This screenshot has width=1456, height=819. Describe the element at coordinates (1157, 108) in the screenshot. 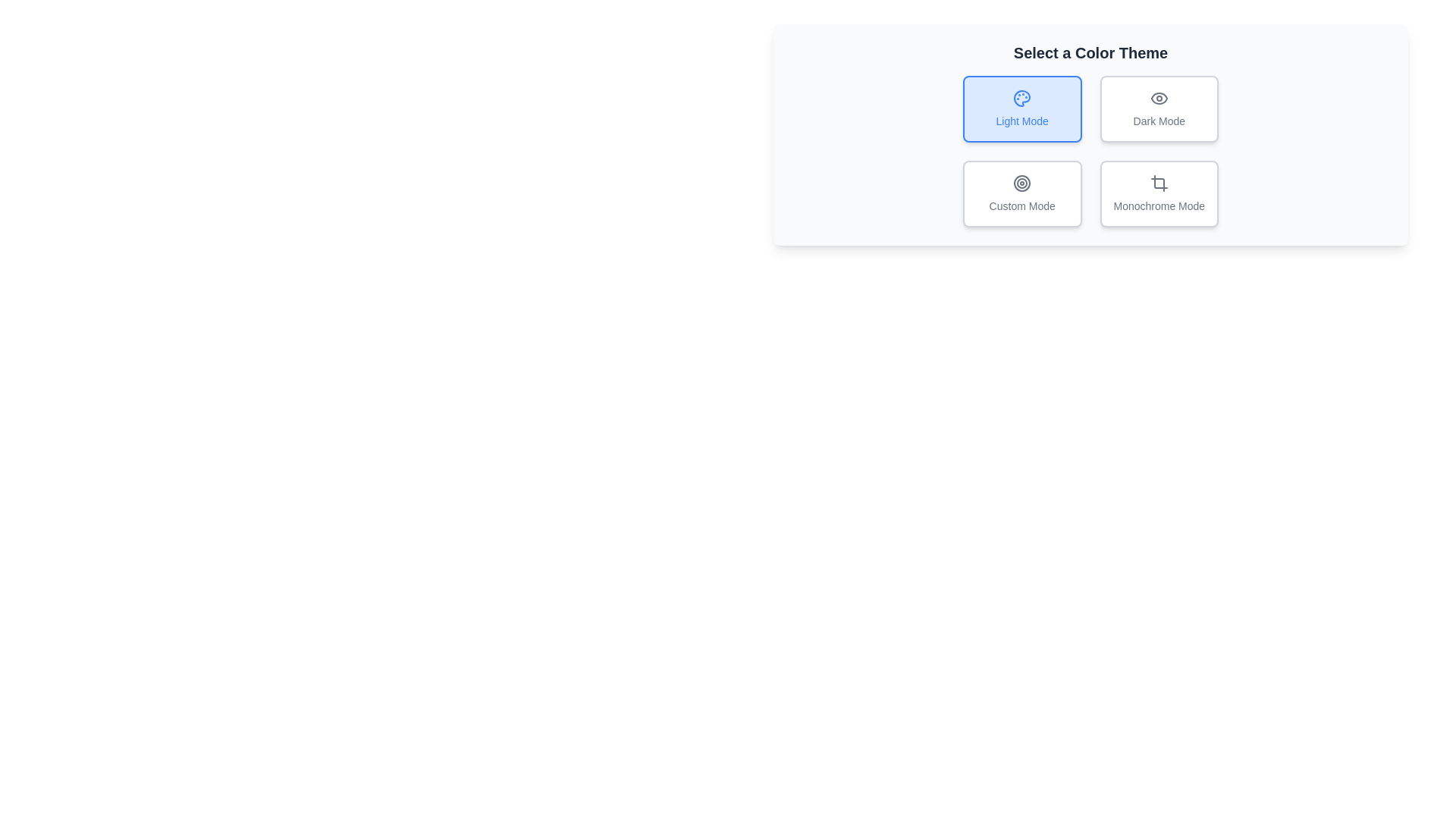

I see `the button corresponding to Dark Mode to observe visual feedback` at that location.